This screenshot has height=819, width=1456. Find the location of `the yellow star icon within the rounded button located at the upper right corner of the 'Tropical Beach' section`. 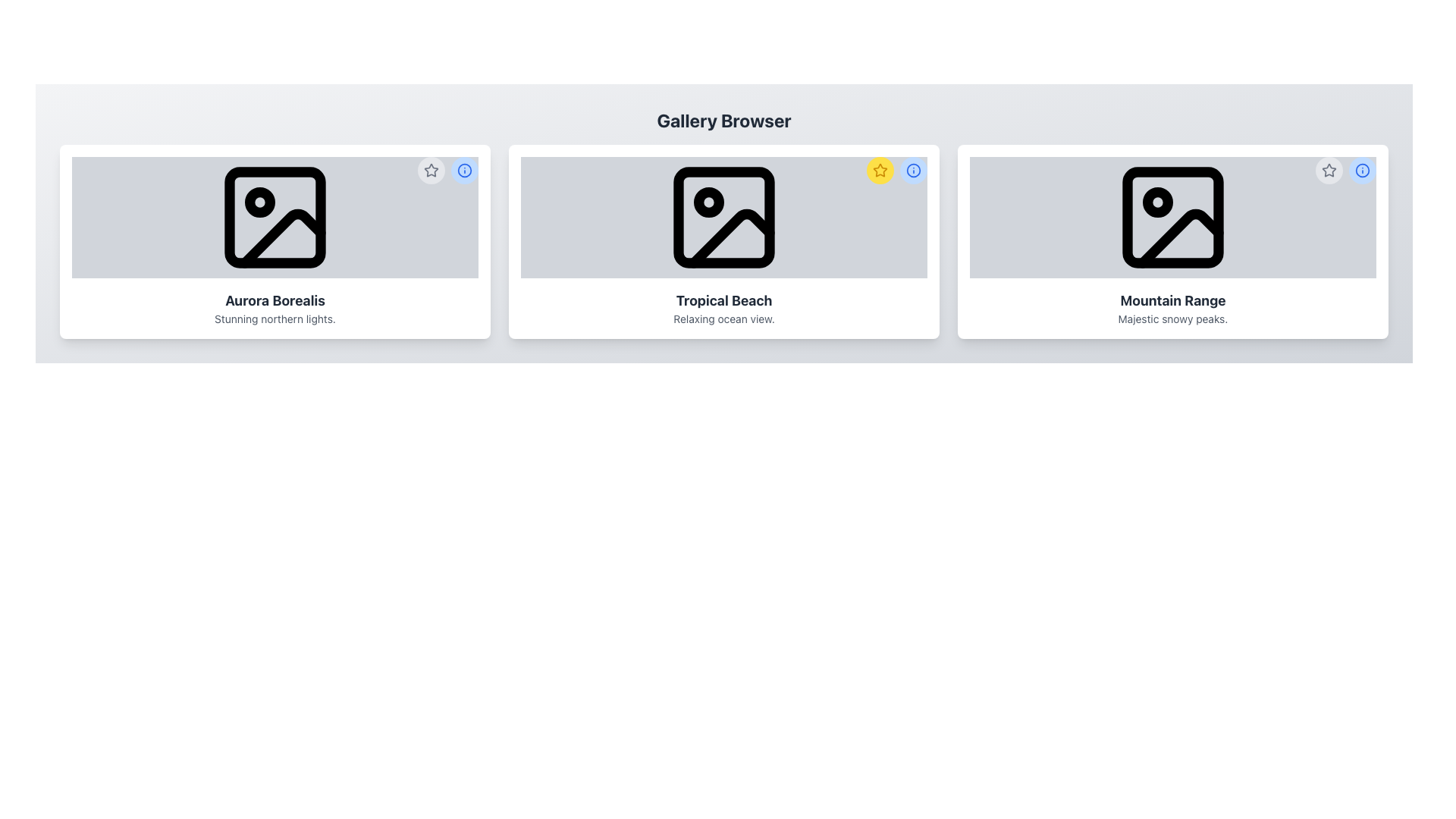

the yellow star icon within the rounded button located at the upper right corner of the 'Tropical Beach' section is located at coordinates (880, 170).